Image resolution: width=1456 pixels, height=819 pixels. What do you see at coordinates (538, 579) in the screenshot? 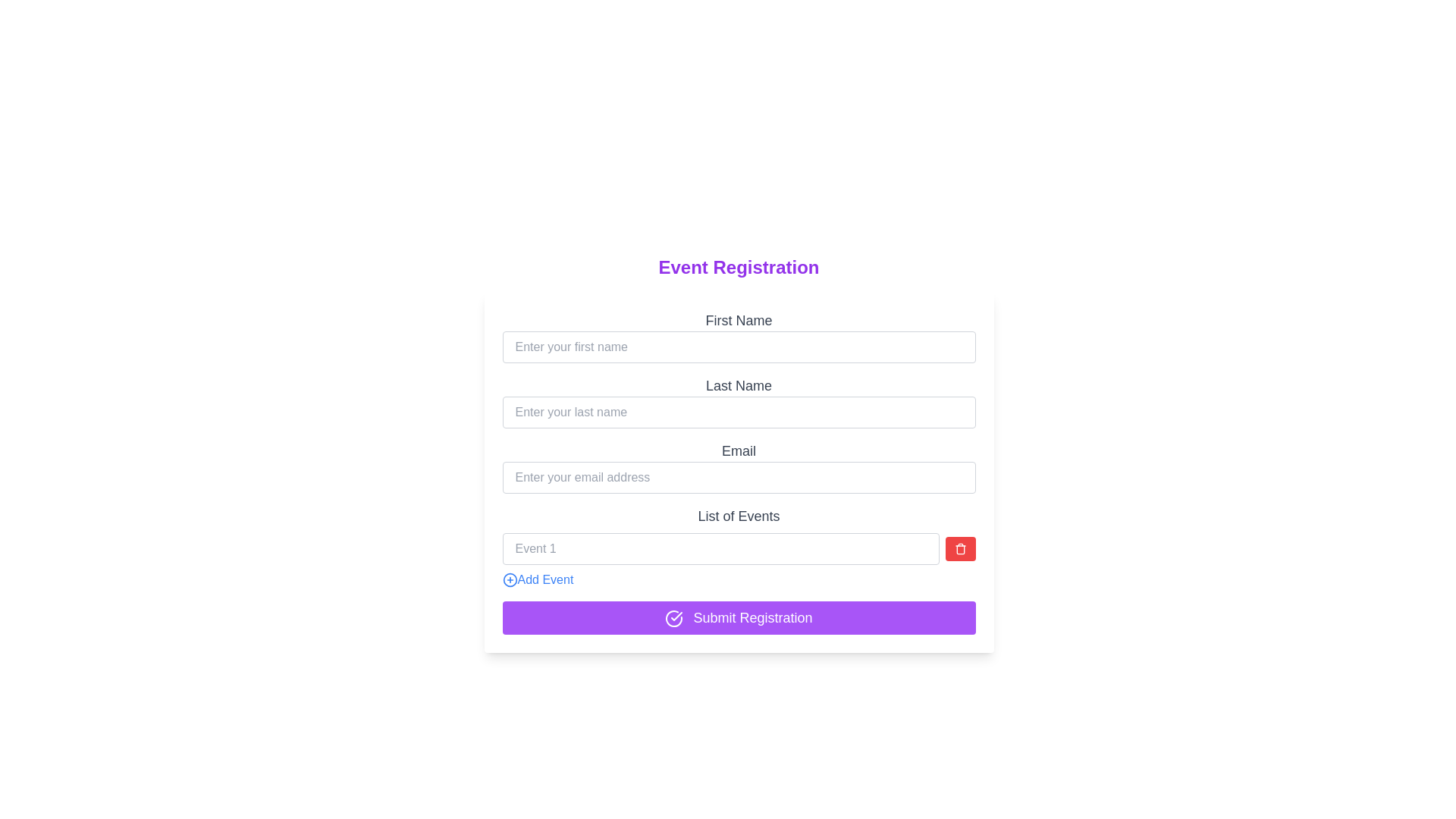
I see `the 'Add Event' button, which is styled with blue text and a plus sign icon, located below the 'Event 1' input field` at bounding box center [538, 579].